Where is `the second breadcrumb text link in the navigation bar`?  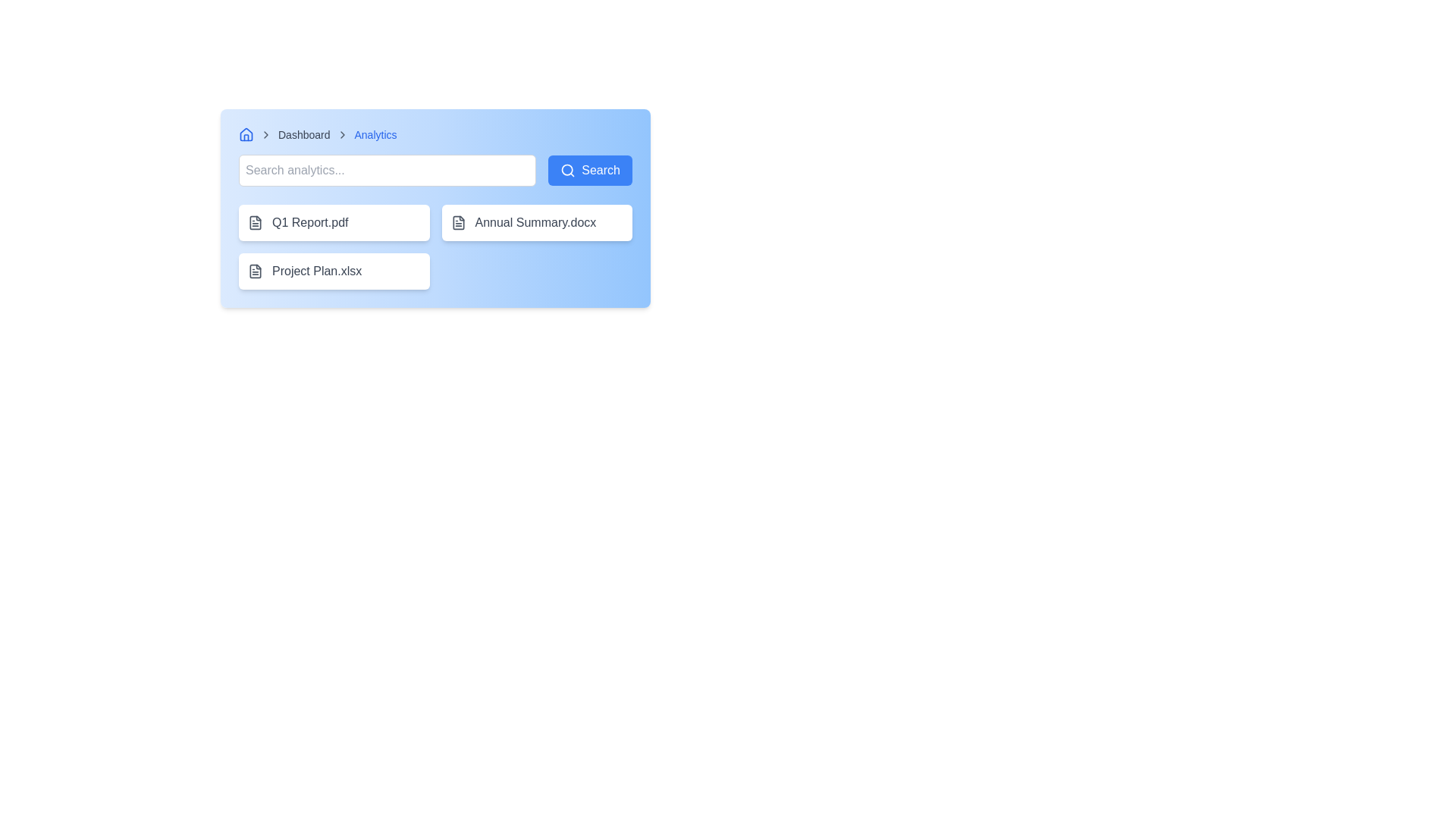
the second breadcrumb text link in the navigation bar is located at coordinates (303, 133).